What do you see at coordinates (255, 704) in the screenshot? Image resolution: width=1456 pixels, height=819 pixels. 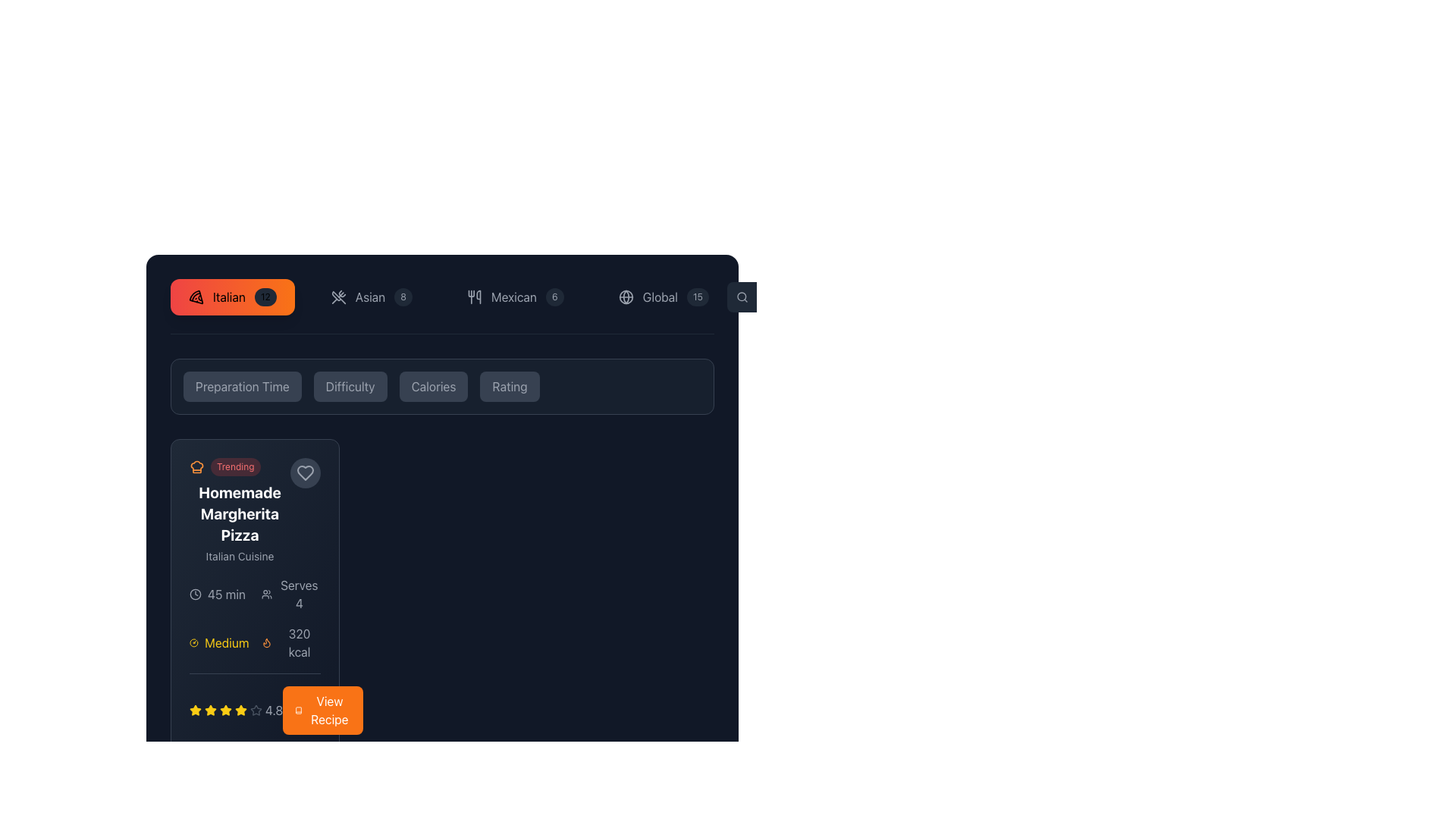 I see `fourth rating star icon in the middle-lower section of the recipe details card, which represents a fractional rating in the rating system` at bounding box center [255, 704].